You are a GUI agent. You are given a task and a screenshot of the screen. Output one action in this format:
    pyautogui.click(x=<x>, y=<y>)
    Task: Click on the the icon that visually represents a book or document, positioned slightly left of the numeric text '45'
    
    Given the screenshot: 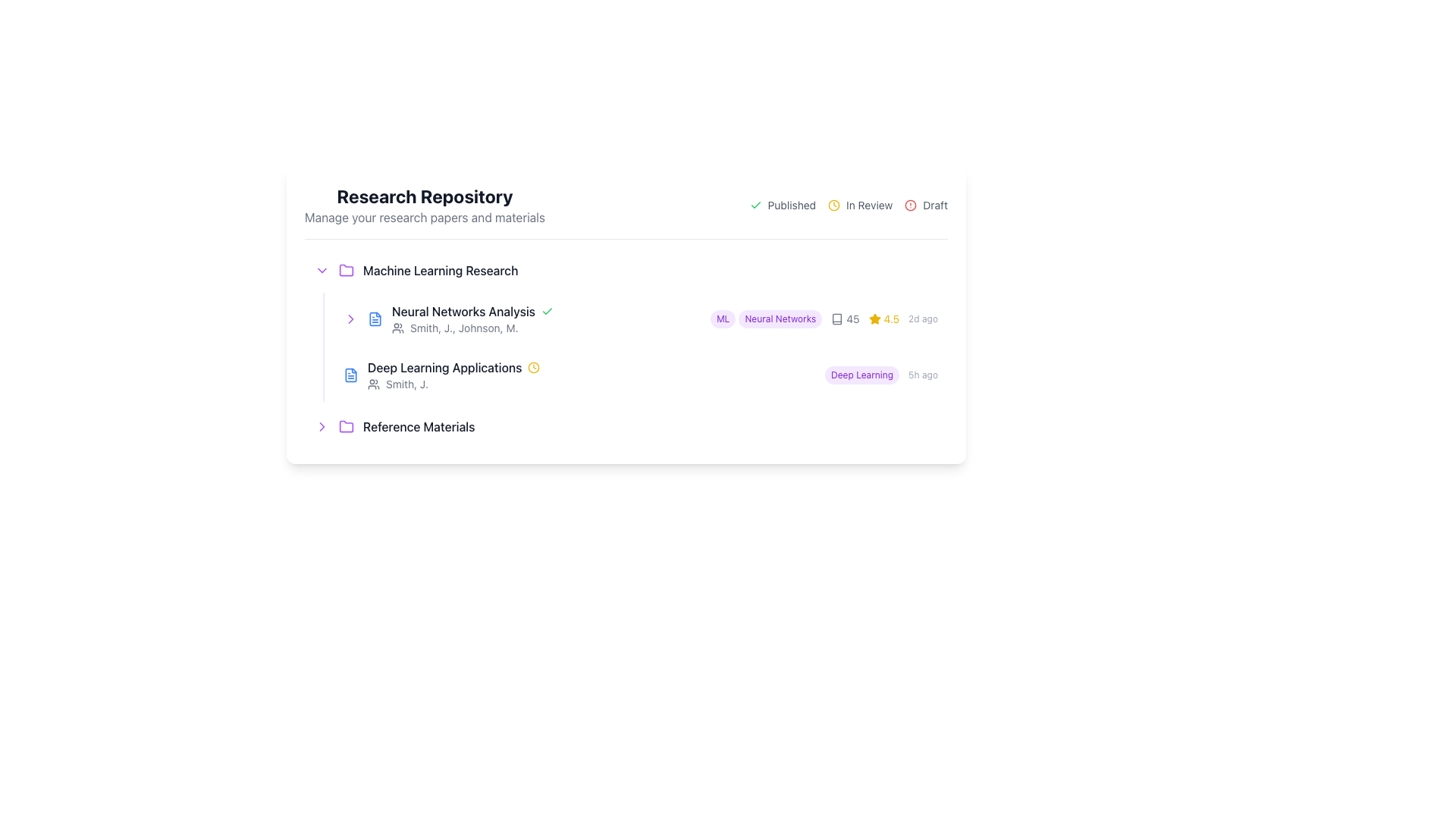 What is the action you would take?
    pyautogui.click(x=836, y=318)
    